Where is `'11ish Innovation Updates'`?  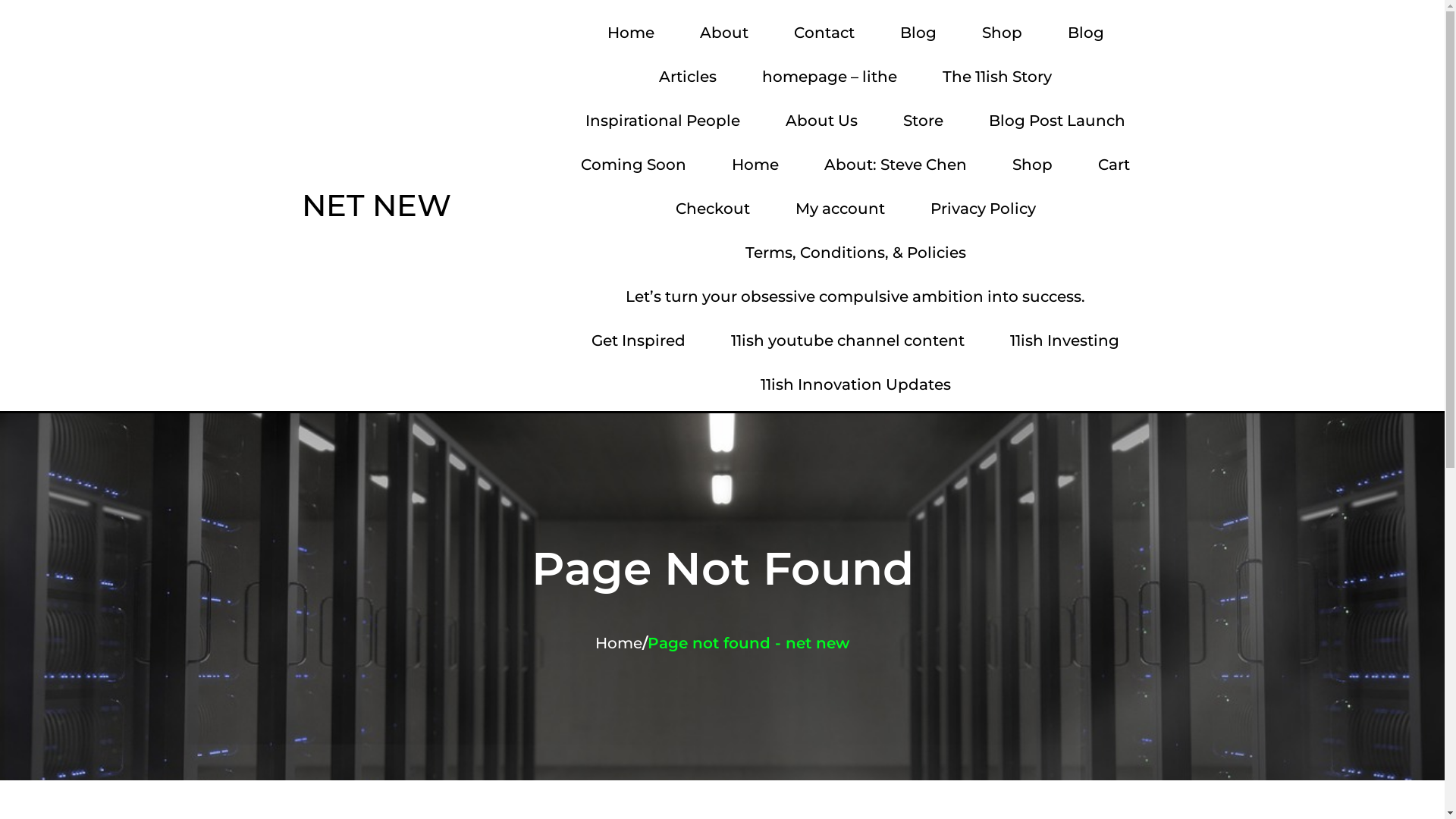
'11ish Innovation Updates' is located at coordinates (855, 383).